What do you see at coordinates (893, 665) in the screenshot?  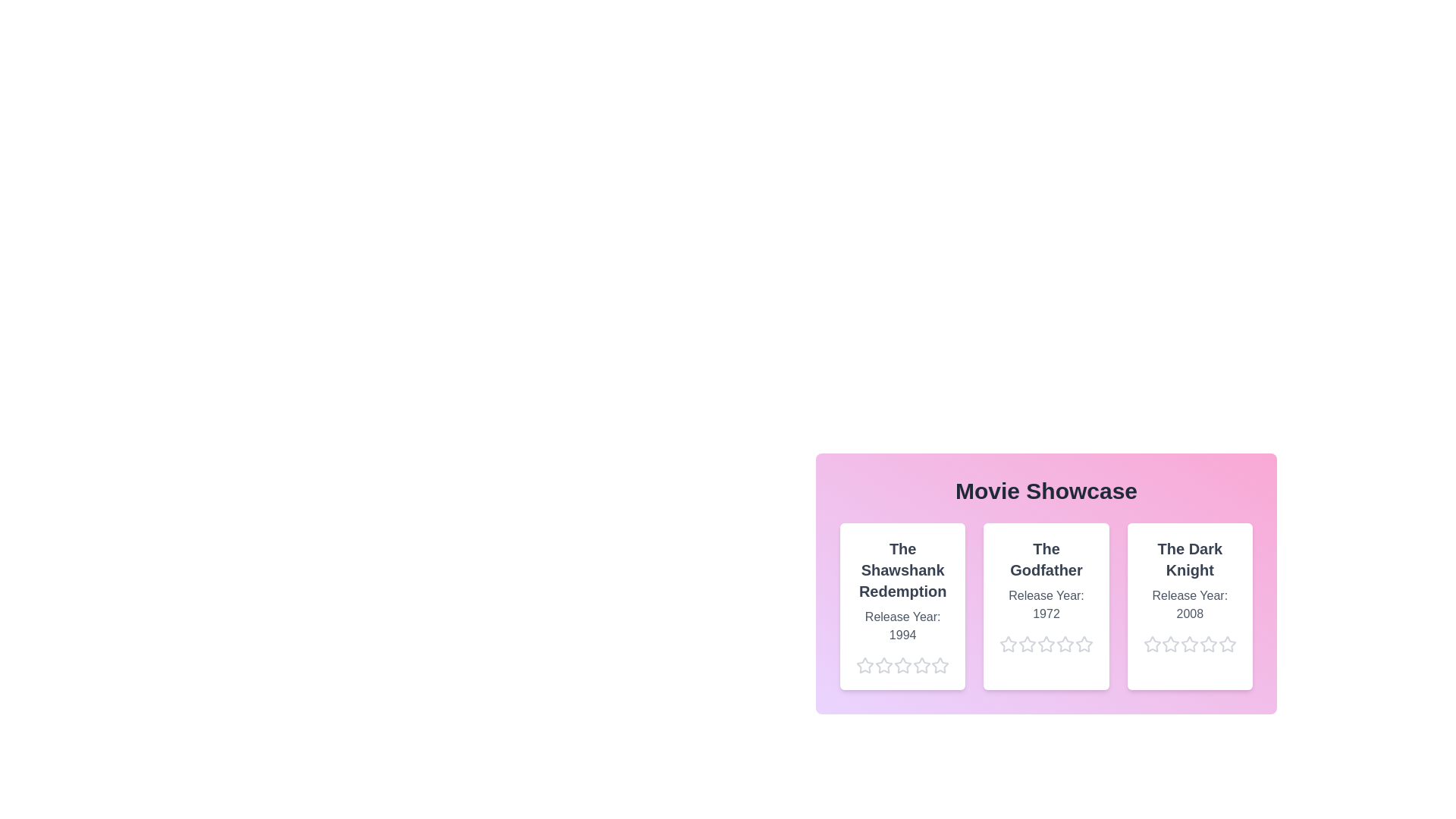 I see `the star corresponding to 3 stars for the movie The Shawshank Redemption` at bounding box center [893, 665].